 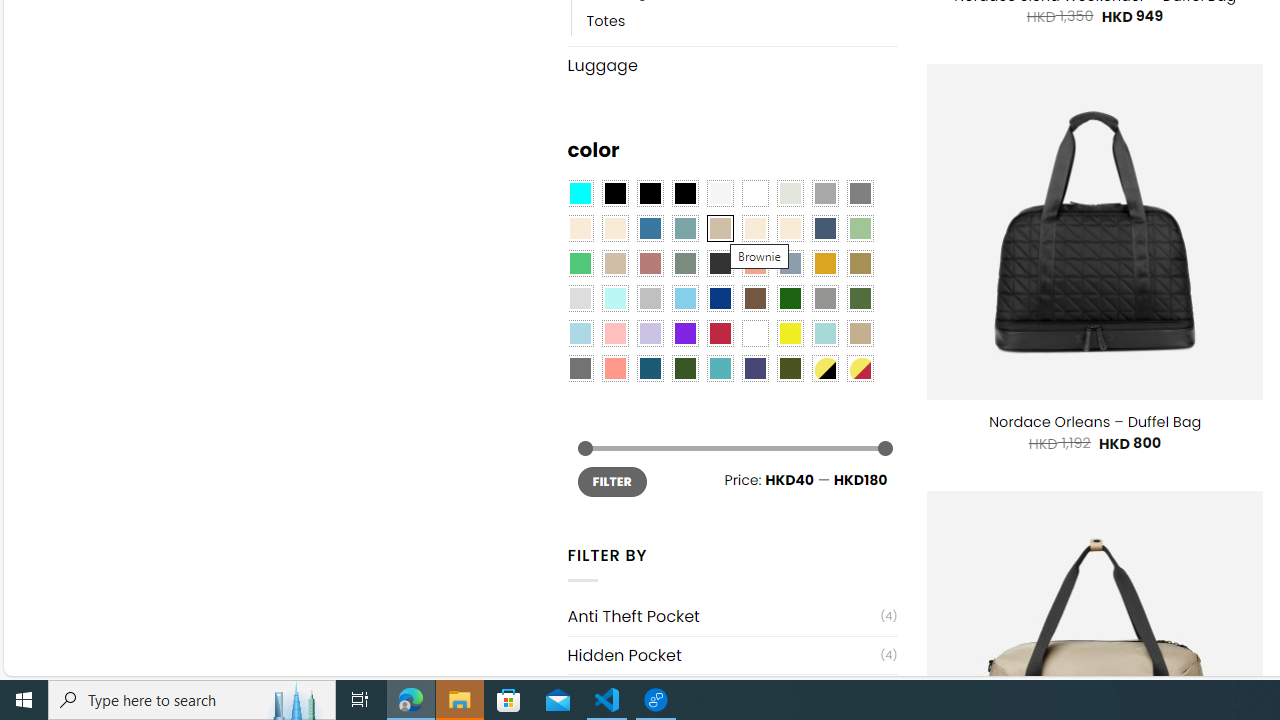 What do you see at coordinates (741, 20) in the screenshot?
I see `'Totes'` at bounding box center [741, 20].